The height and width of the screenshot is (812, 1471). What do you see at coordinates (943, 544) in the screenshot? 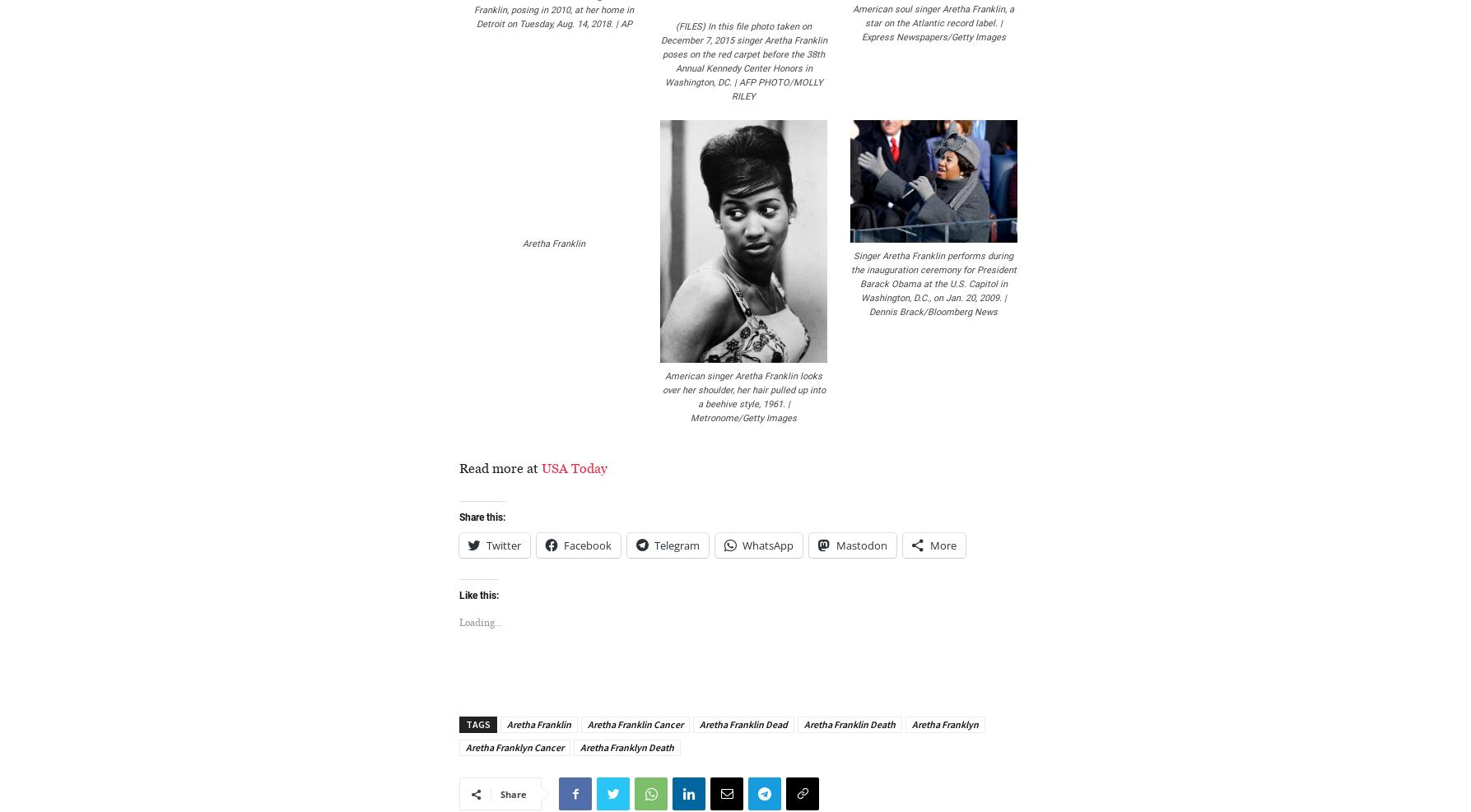
I see `'More'` at bounding box center [943, 544].